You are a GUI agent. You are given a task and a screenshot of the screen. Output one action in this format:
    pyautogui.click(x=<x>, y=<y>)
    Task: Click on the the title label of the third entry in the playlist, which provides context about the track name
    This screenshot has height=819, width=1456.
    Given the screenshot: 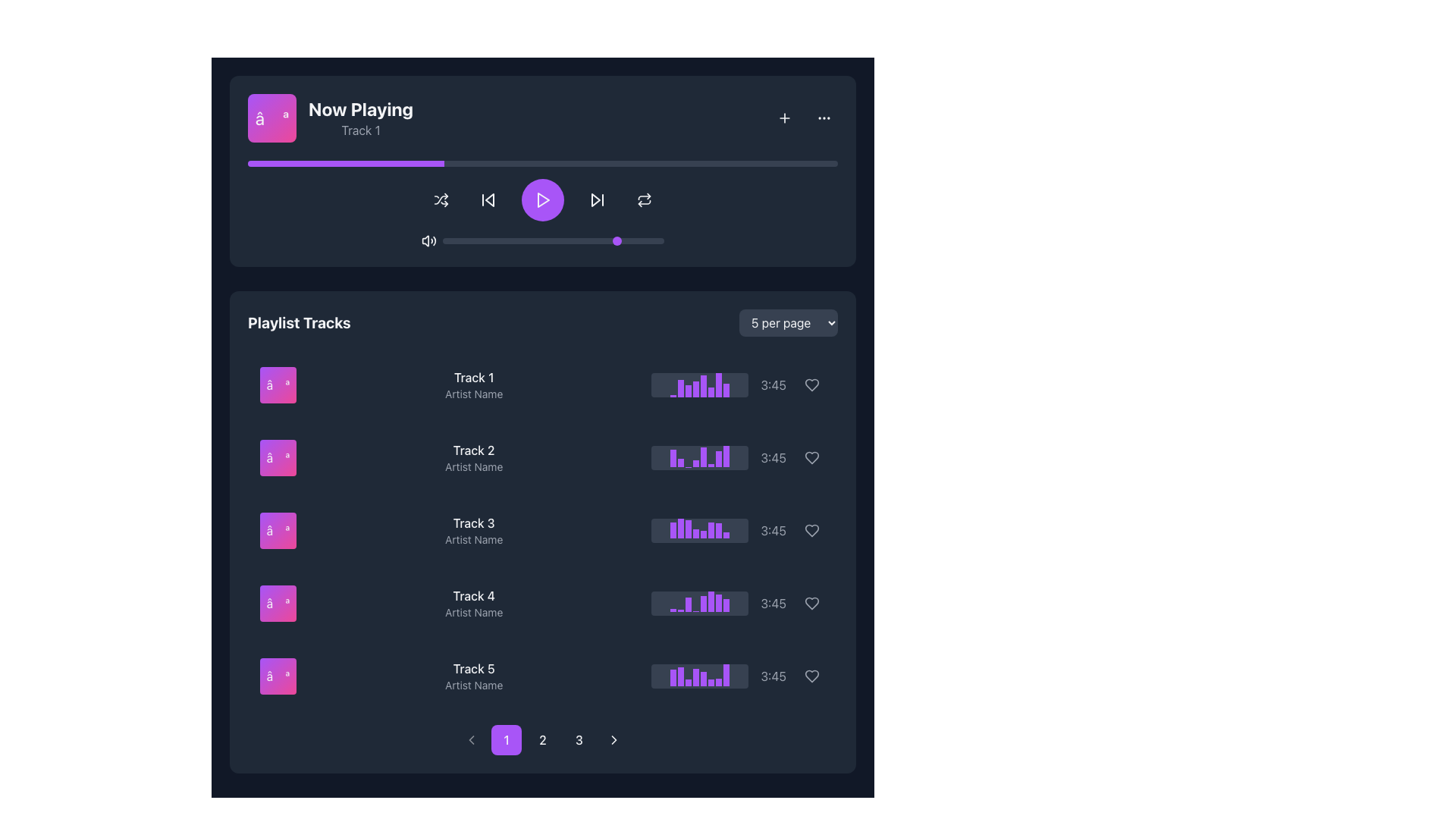 What is the action you would take?
    pyautogui.click(x=473, y=522)
    